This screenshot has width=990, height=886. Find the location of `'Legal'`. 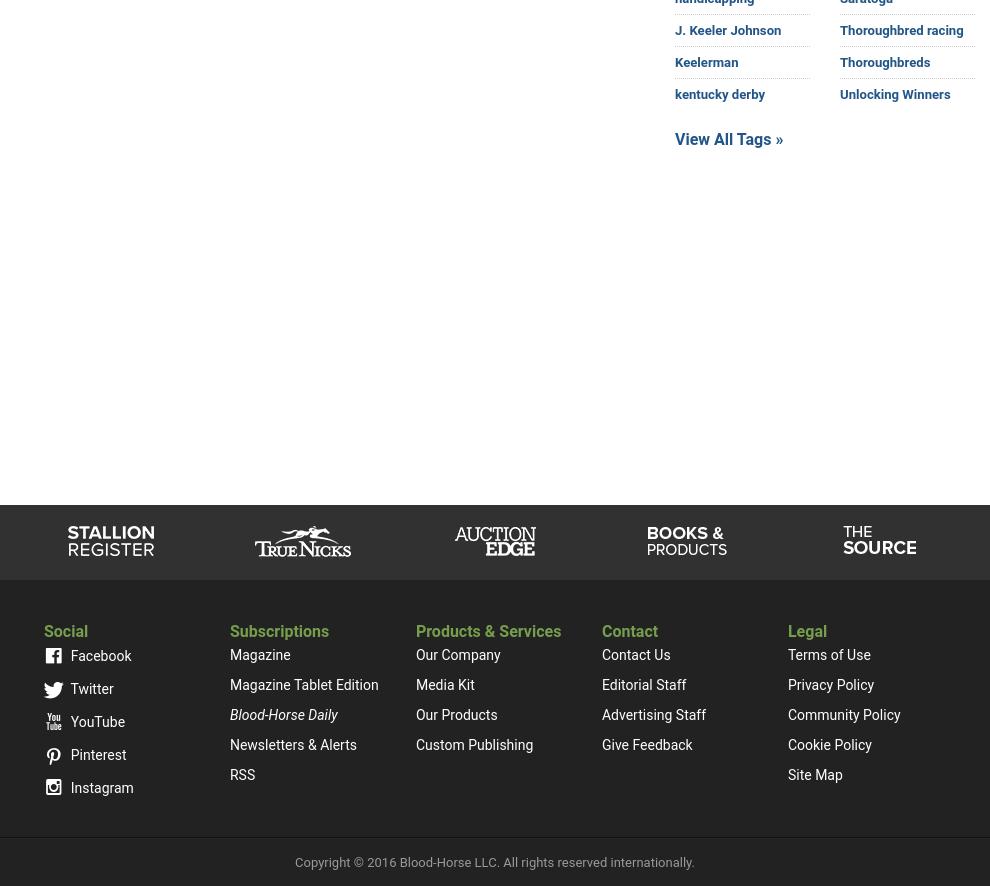

'Legal' is located at coordinates (806, 631).